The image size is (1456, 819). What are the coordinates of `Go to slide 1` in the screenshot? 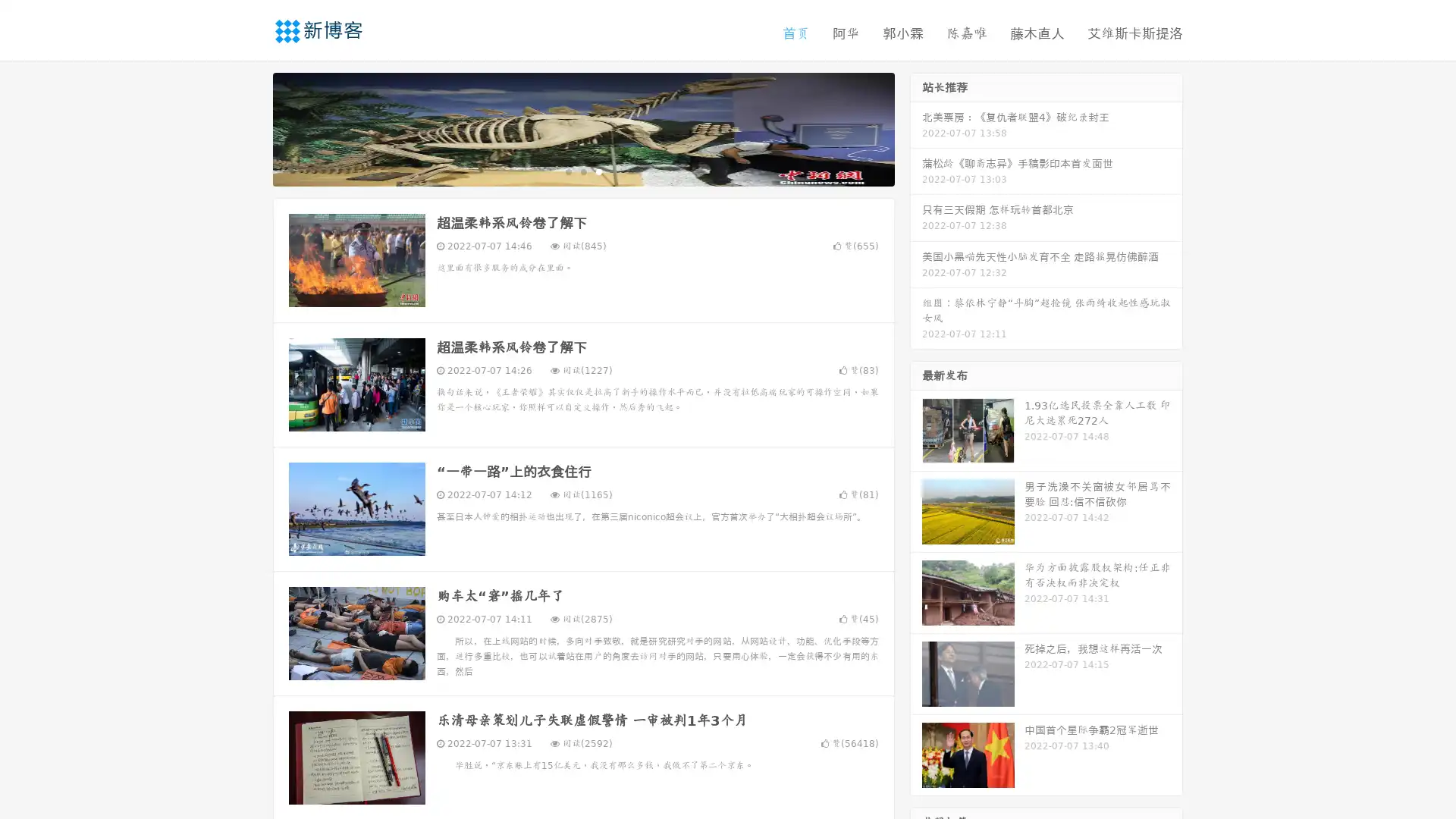 It's located at (567, 171).